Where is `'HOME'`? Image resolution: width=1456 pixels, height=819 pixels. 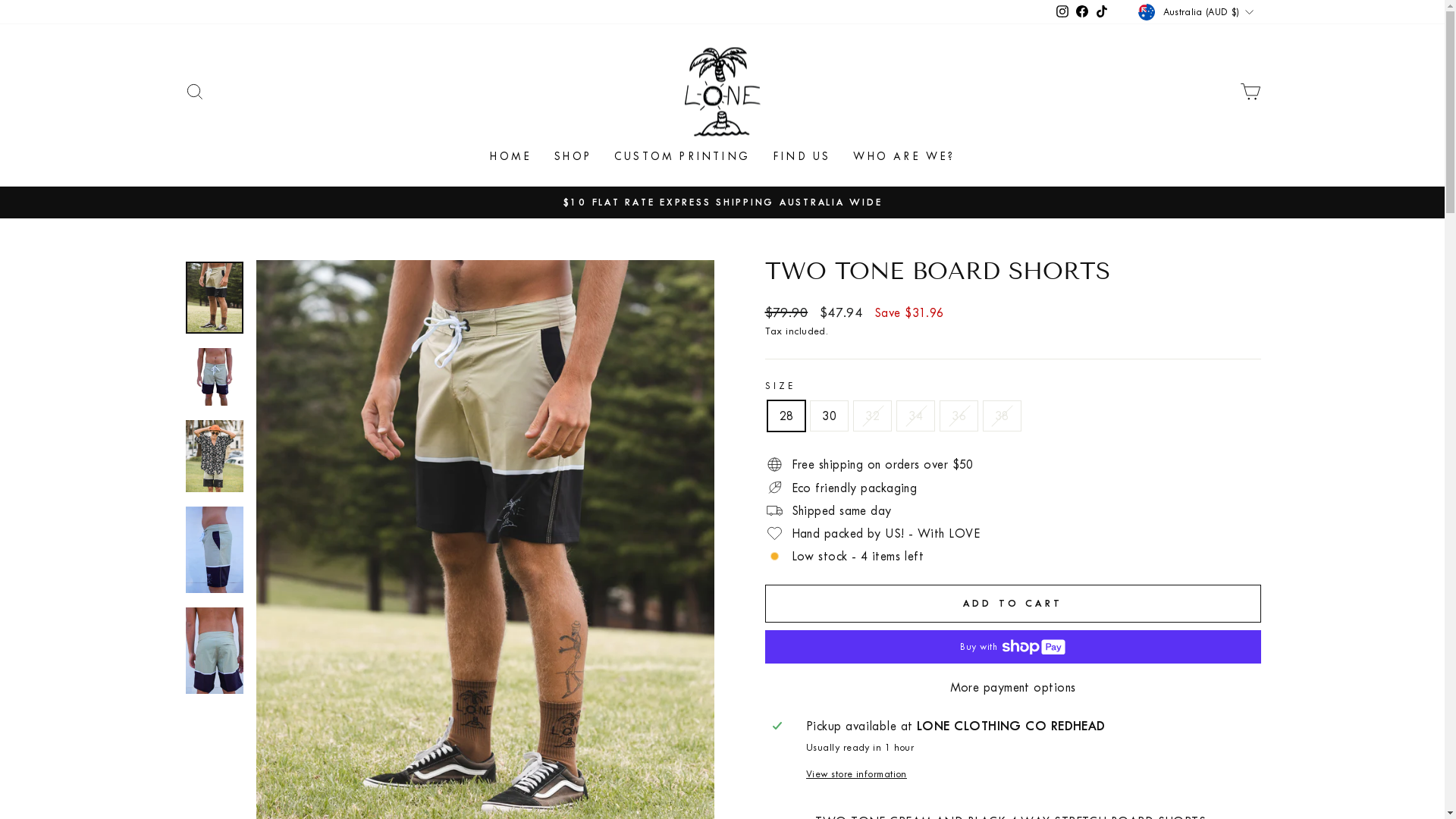
'HOME' is located at coordinates (510, 157).